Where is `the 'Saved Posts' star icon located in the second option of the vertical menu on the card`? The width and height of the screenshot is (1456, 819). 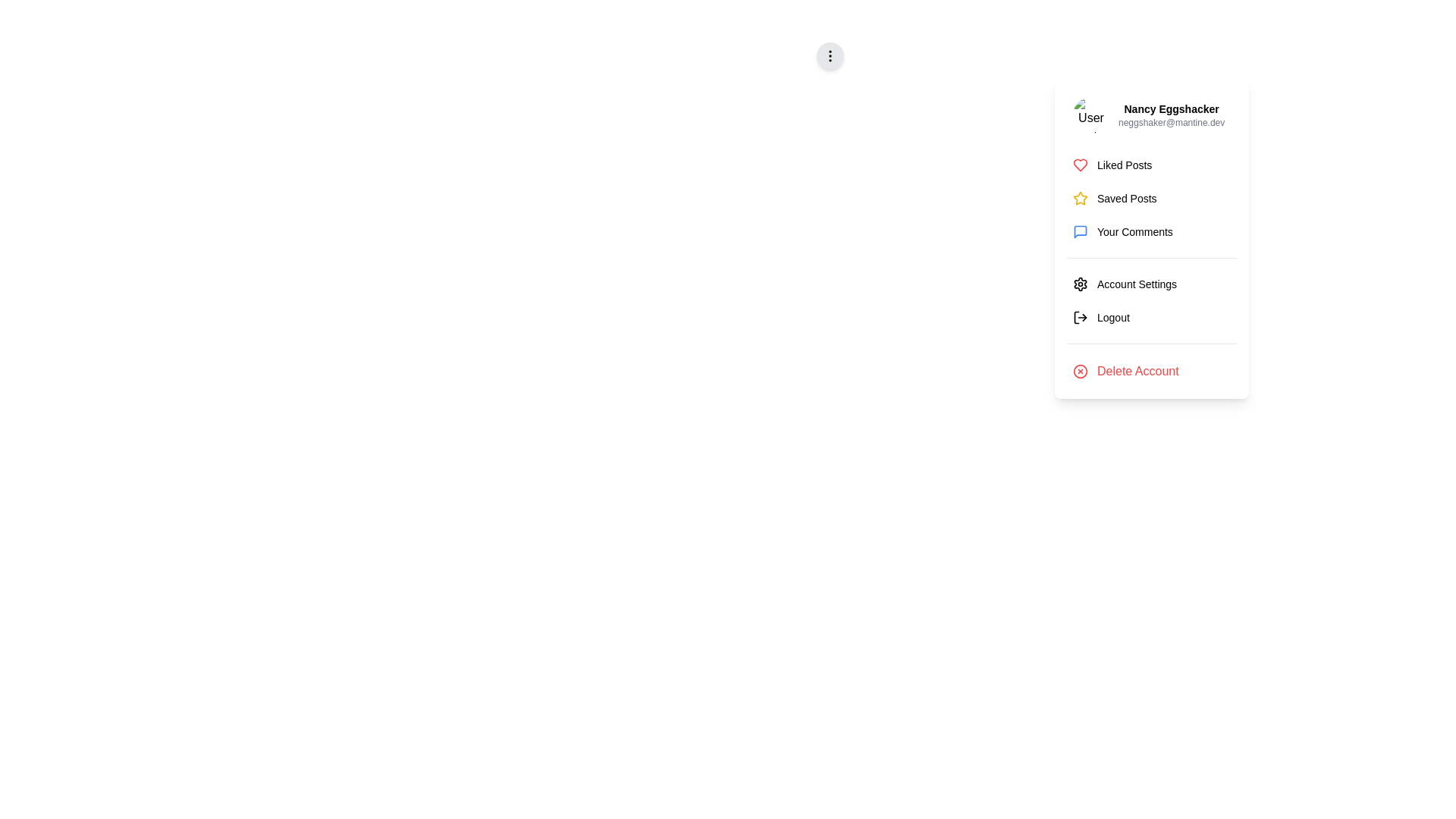 the 'Saved Posts' star icon located in the second option of the vertical menu on the card is located at coordinates (1080, 197).